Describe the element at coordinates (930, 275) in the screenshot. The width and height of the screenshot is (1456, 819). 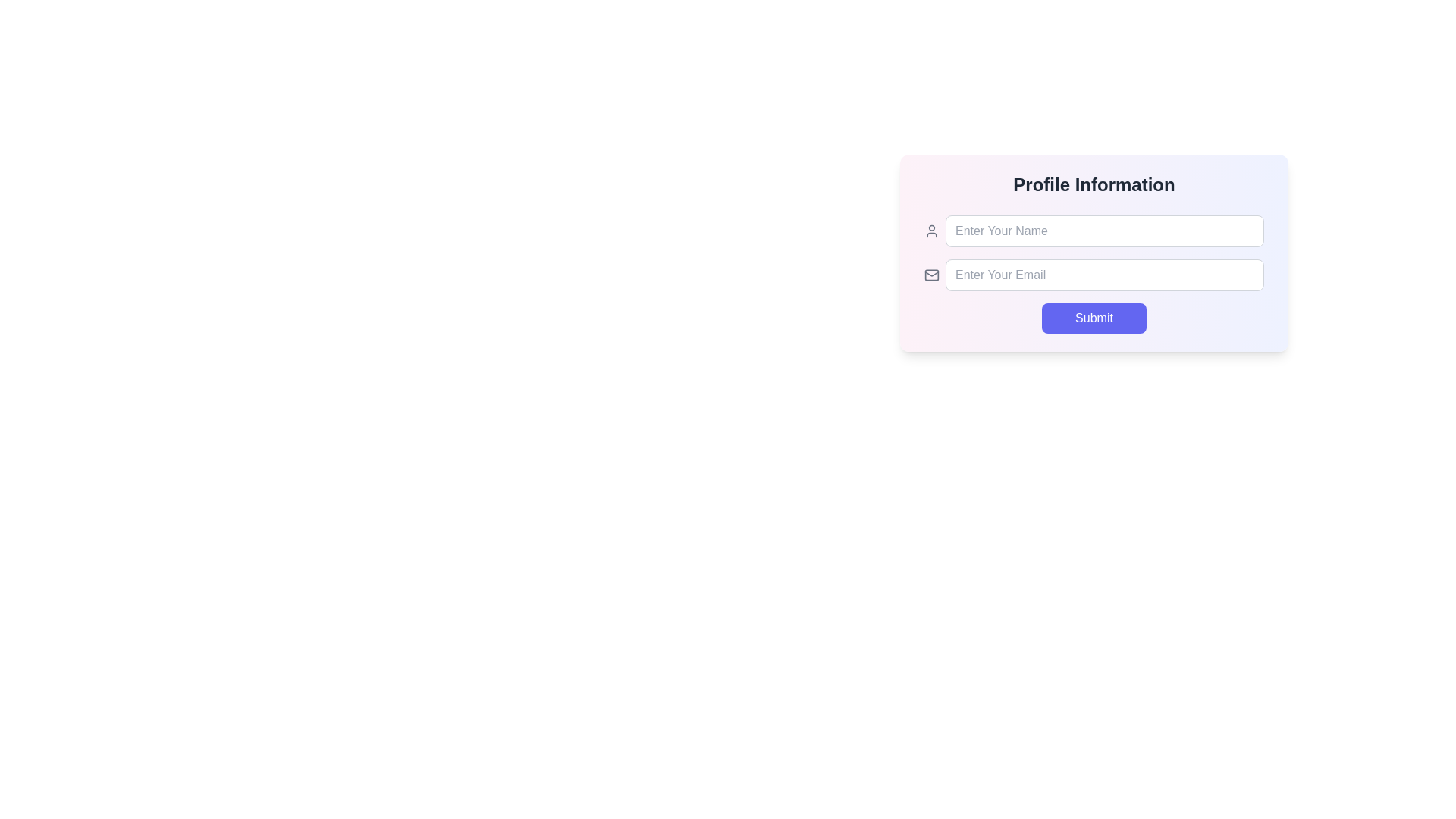
I see `the main rectangular section of the envelope icon, which is styled as a soft round-cornered rectangle and is located to the left of the email input field` at that location.